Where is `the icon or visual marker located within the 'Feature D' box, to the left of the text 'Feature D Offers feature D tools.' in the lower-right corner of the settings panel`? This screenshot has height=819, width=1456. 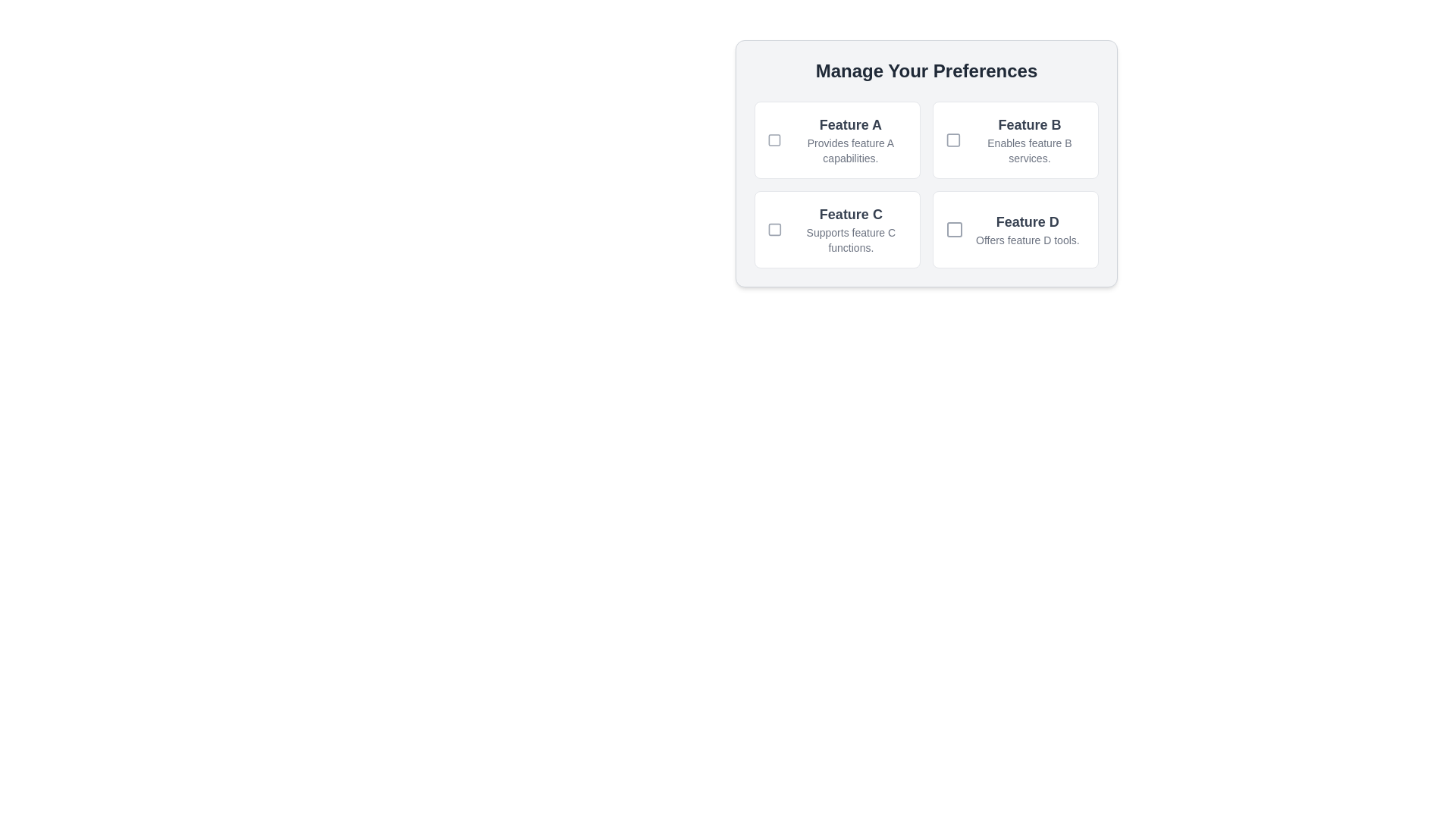 the icon or visual marker located within the 'Feature D' box, to the left of the text 'Feature D Offers feature D tools.' in the lower-right corner of the settings panel is located at coordinates (953, 230).